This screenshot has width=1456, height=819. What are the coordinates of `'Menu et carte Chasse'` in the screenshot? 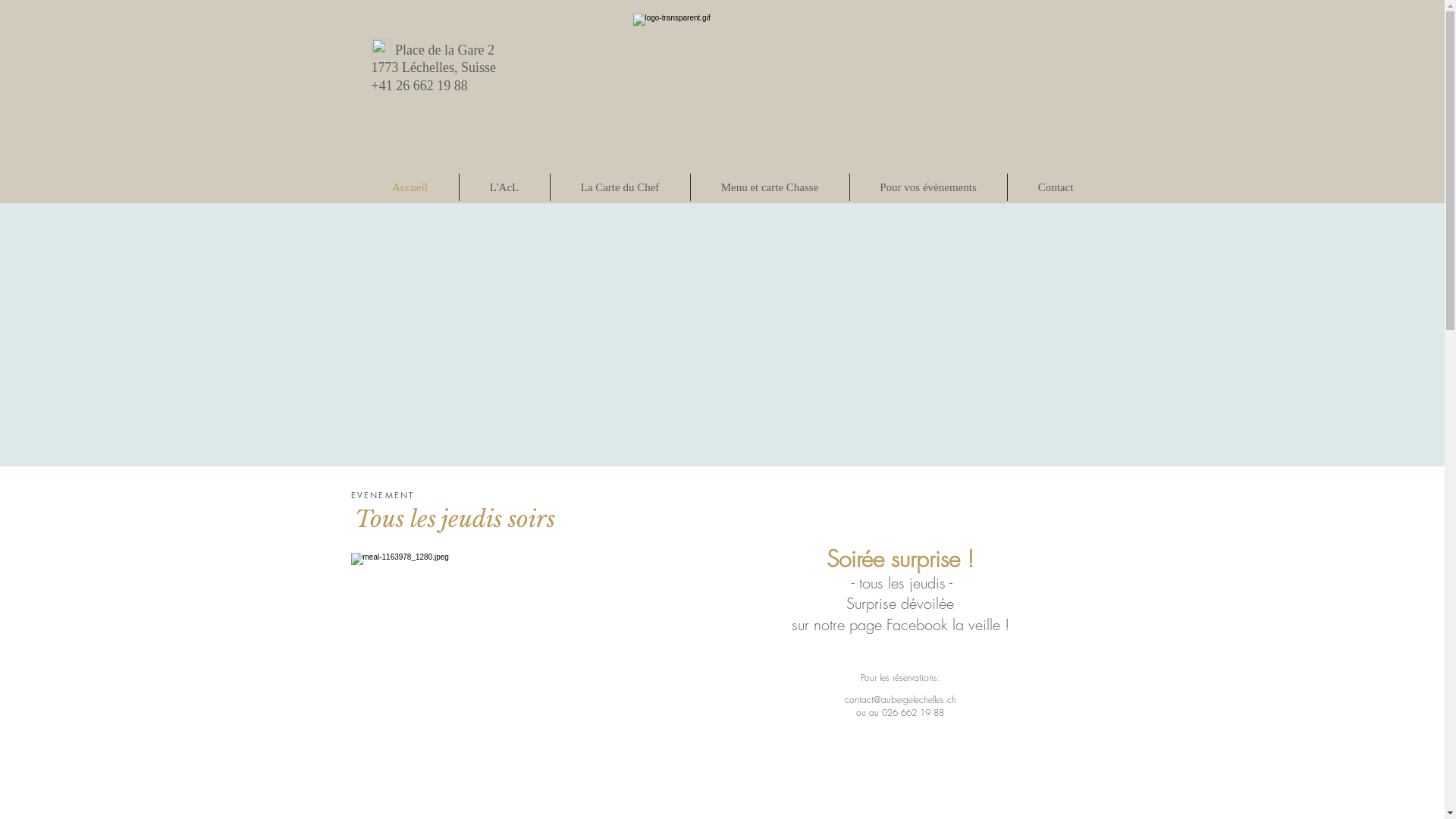 It's located at (769, 186).